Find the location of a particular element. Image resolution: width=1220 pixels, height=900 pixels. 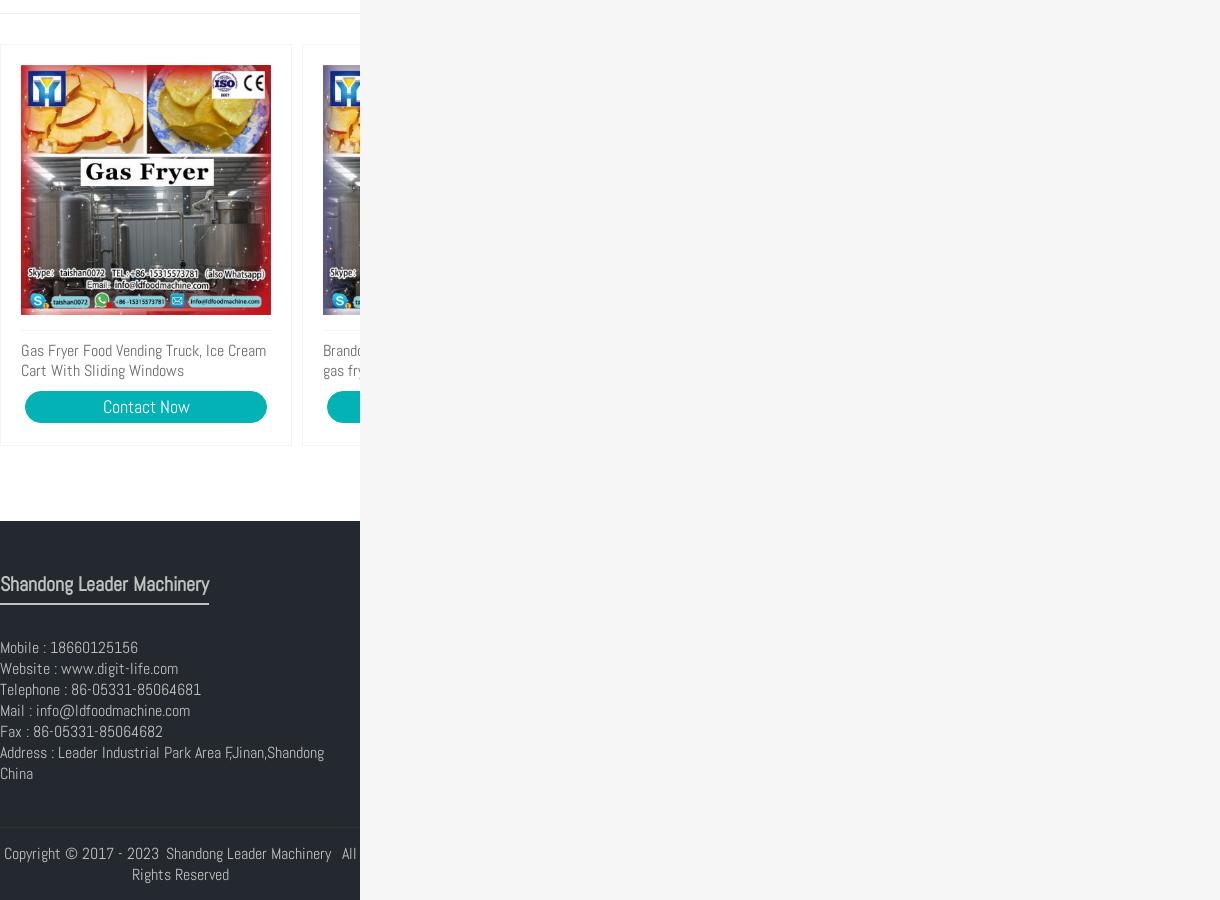

'Website : www.digit-life.com' is located at coordinates (88, 668).